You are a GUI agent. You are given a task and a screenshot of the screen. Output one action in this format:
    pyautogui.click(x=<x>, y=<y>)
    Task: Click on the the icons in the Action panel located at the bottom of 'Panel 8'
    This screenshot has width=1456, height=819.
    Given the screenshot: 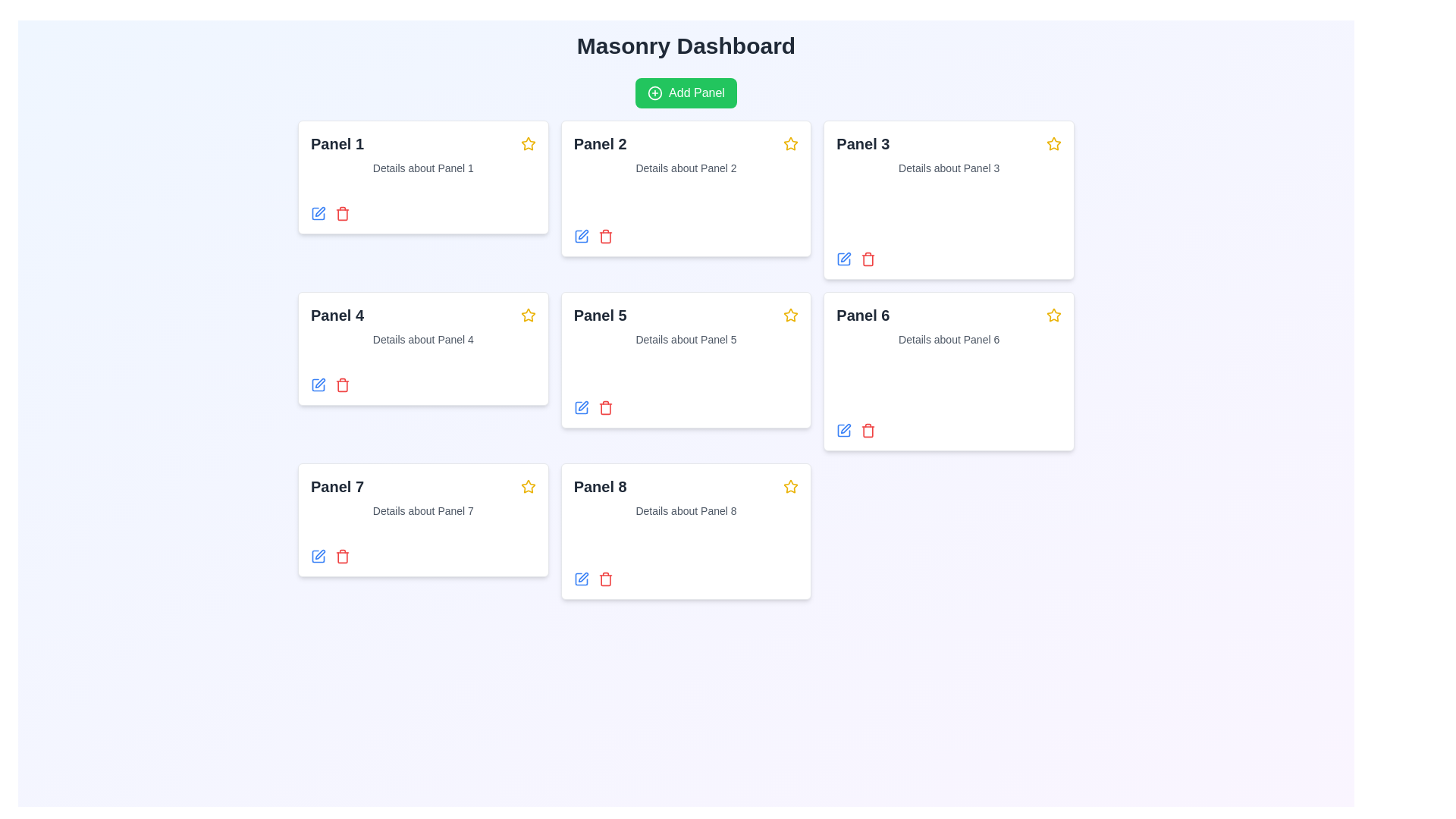 What is the action you would take?
    pyautogui.click(x=685, y=579)
    